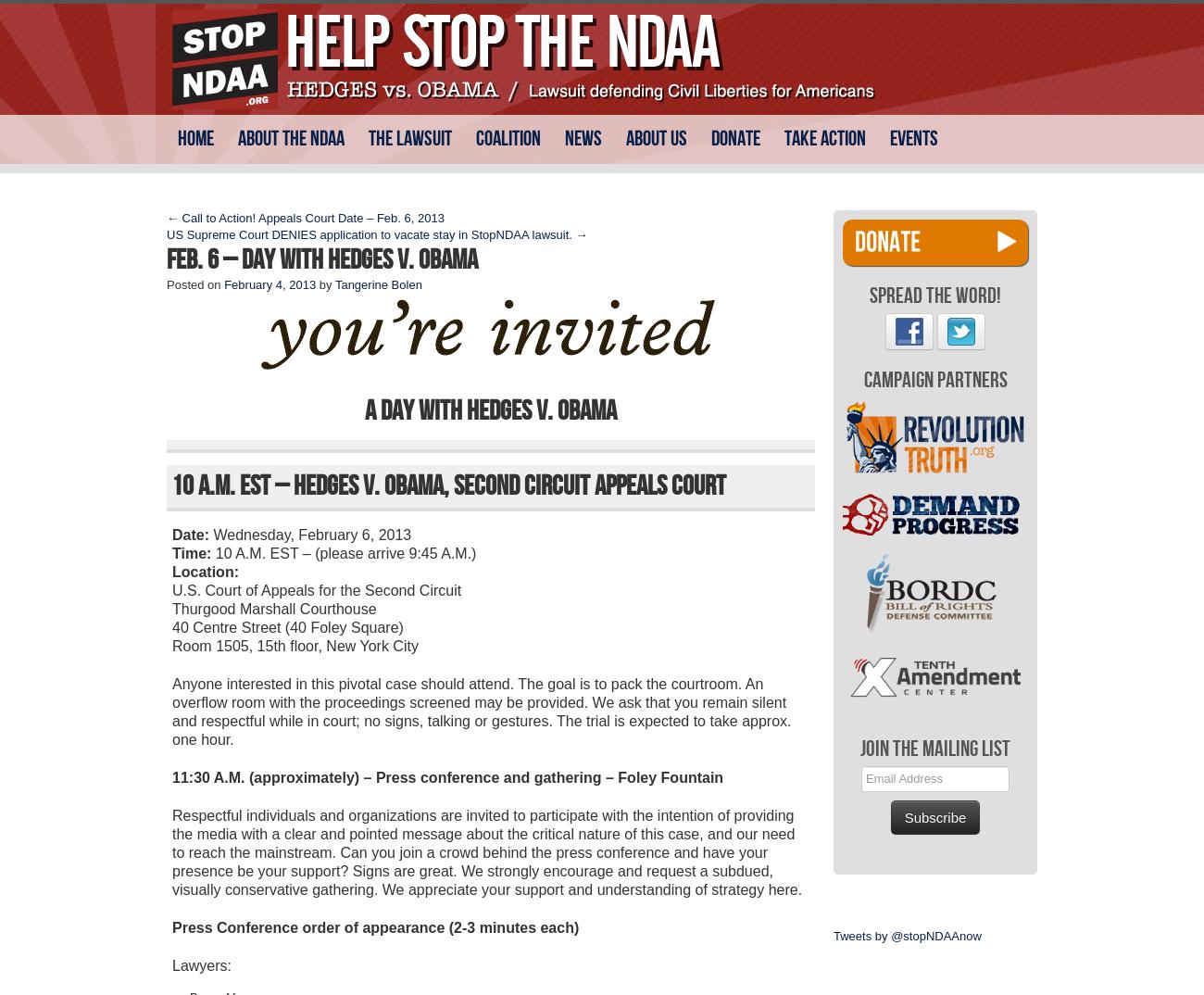 This screenshot has width=1204, height=995. What do you see at coordinates (446, 777) in the screenshot?
I see `'11:30 A.M. (approximately) – Press conference and gathering – Foley Fountain'` at bounding box center [446, 777].